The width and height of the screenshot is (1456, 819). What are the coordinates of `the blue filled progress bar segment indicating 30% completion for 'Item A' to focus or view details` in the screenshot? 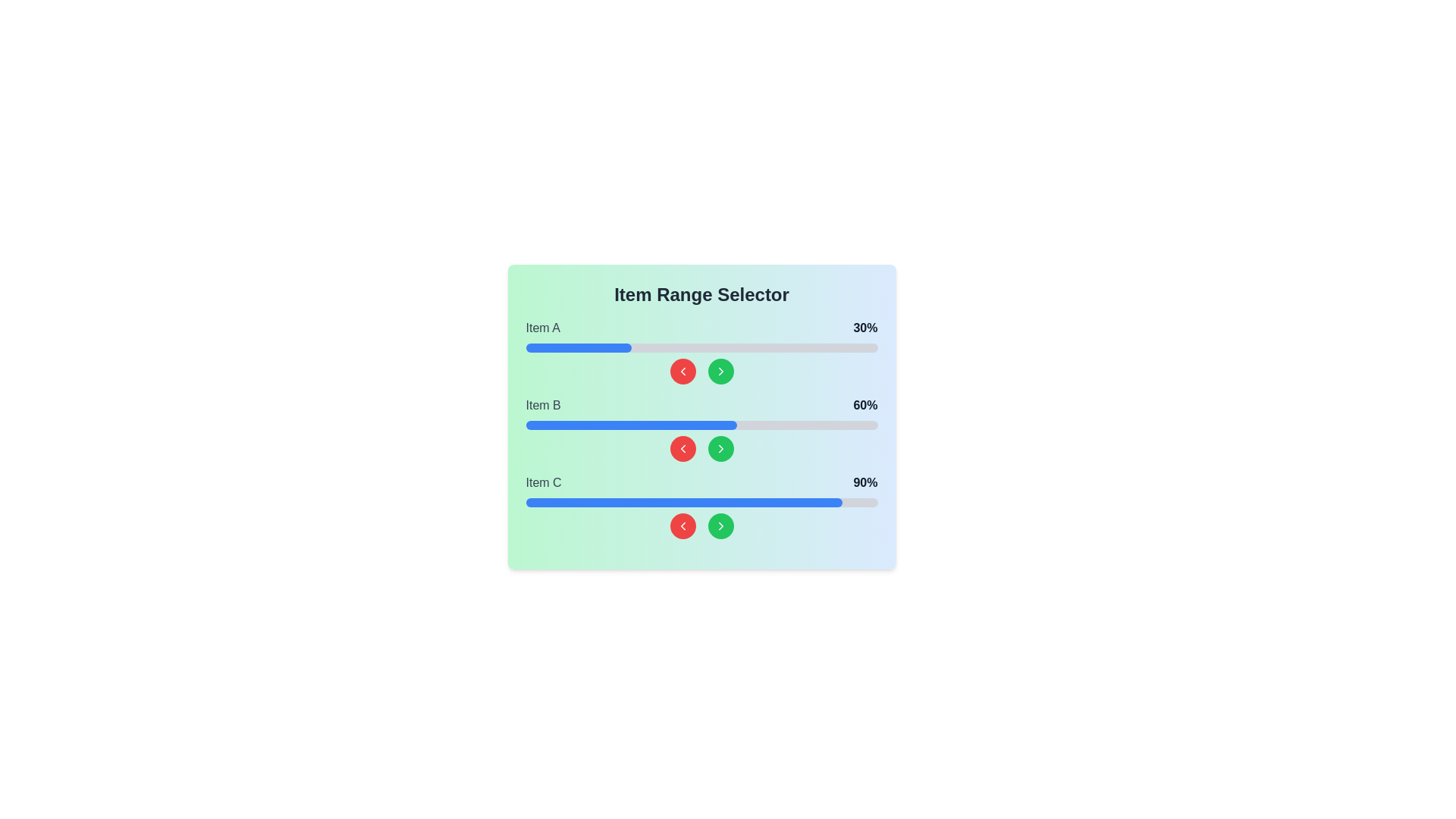 It's located at (578, 348).